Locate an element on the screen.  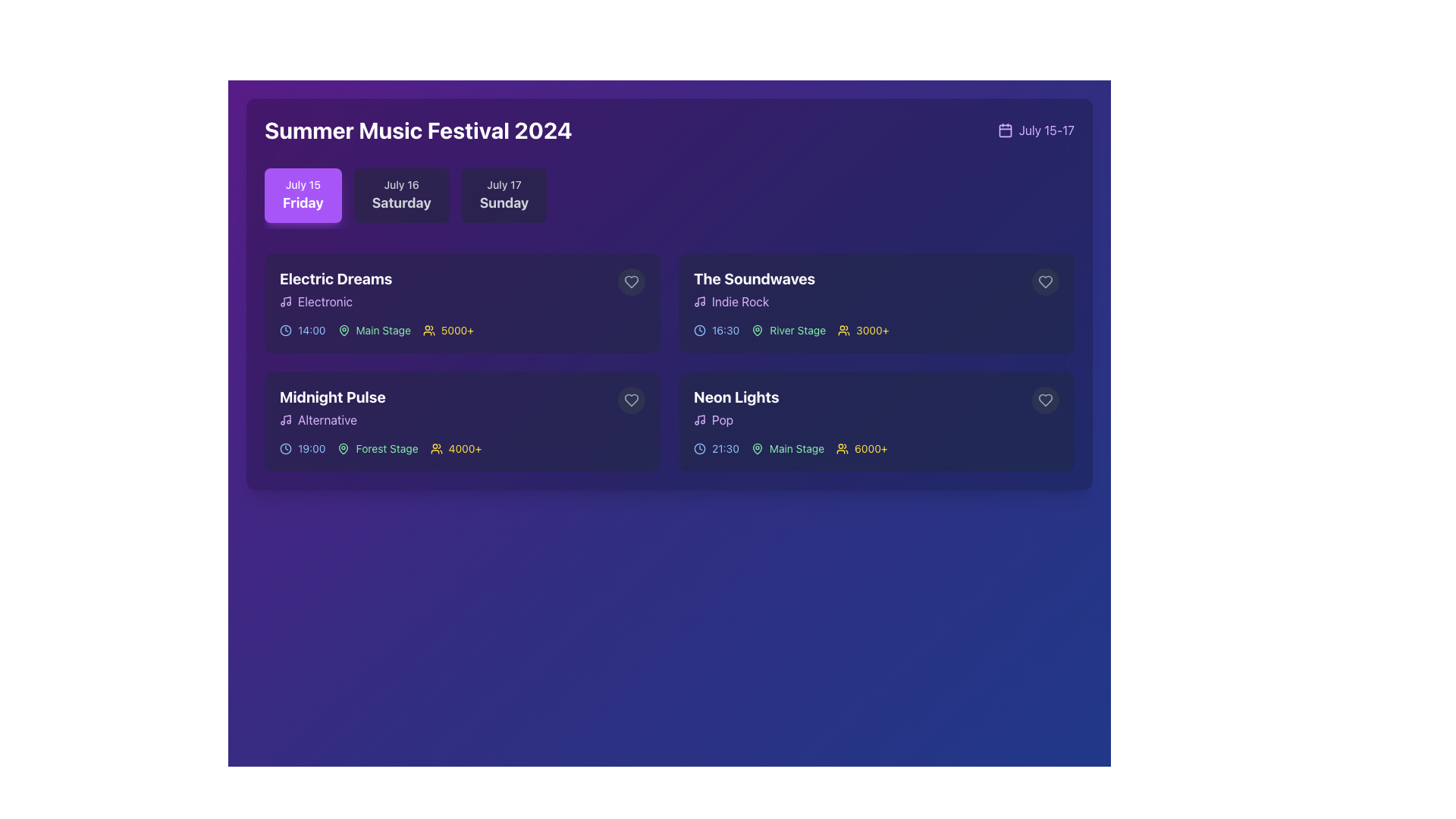
the bold 'Saturday' label, which is prominently displayed in white on a purple background, located in the second interactive box of the 'July 15 - July 17' date selection row is located at coordinates (401, 202).